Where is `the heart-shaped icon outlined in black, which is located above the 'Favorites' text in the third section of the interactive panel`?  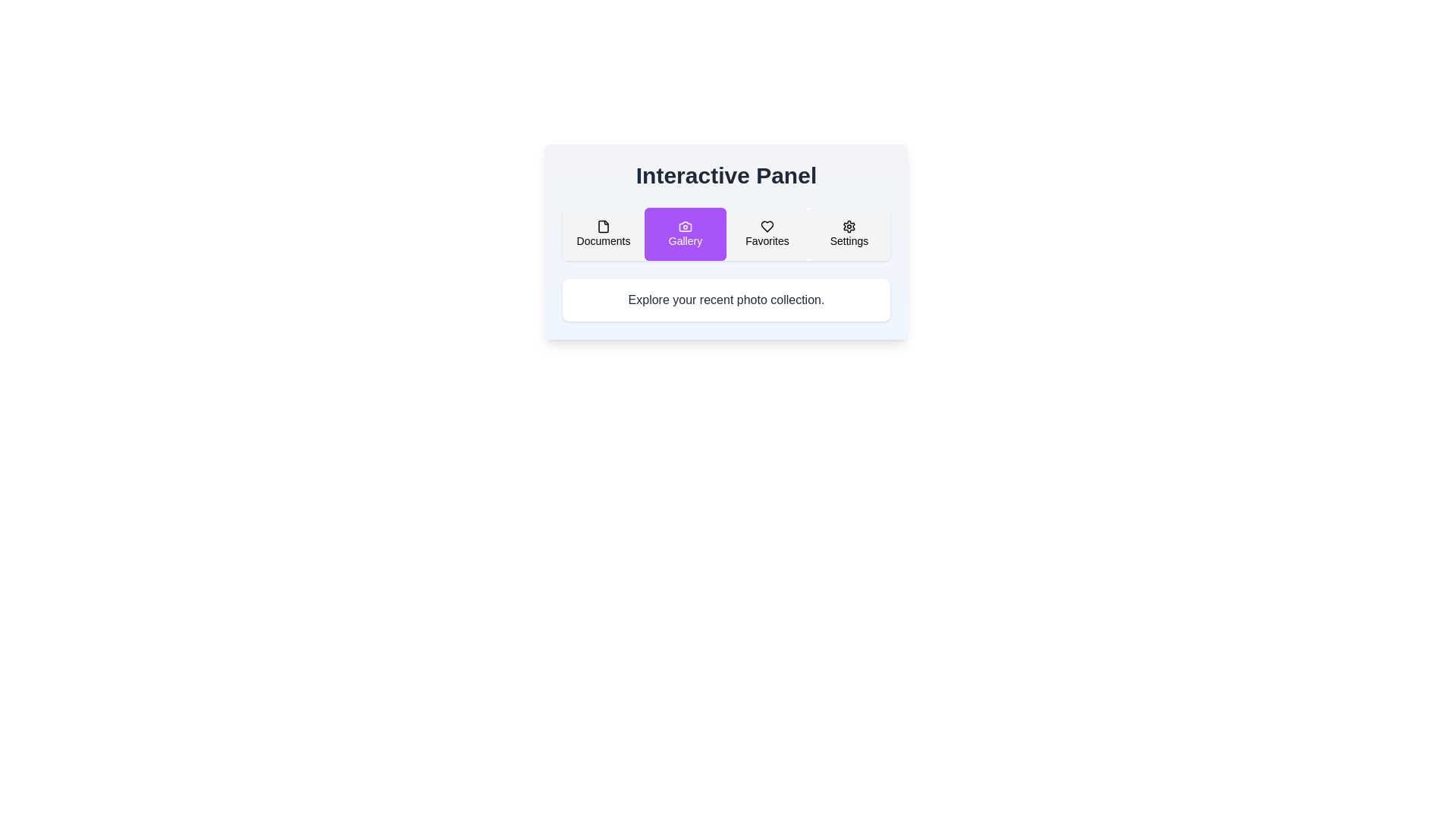 the heart-shaped icon outlined in black, which is located above the 'Favorites' text in the third section of the interactive panel is located at coordinates (767, 227).